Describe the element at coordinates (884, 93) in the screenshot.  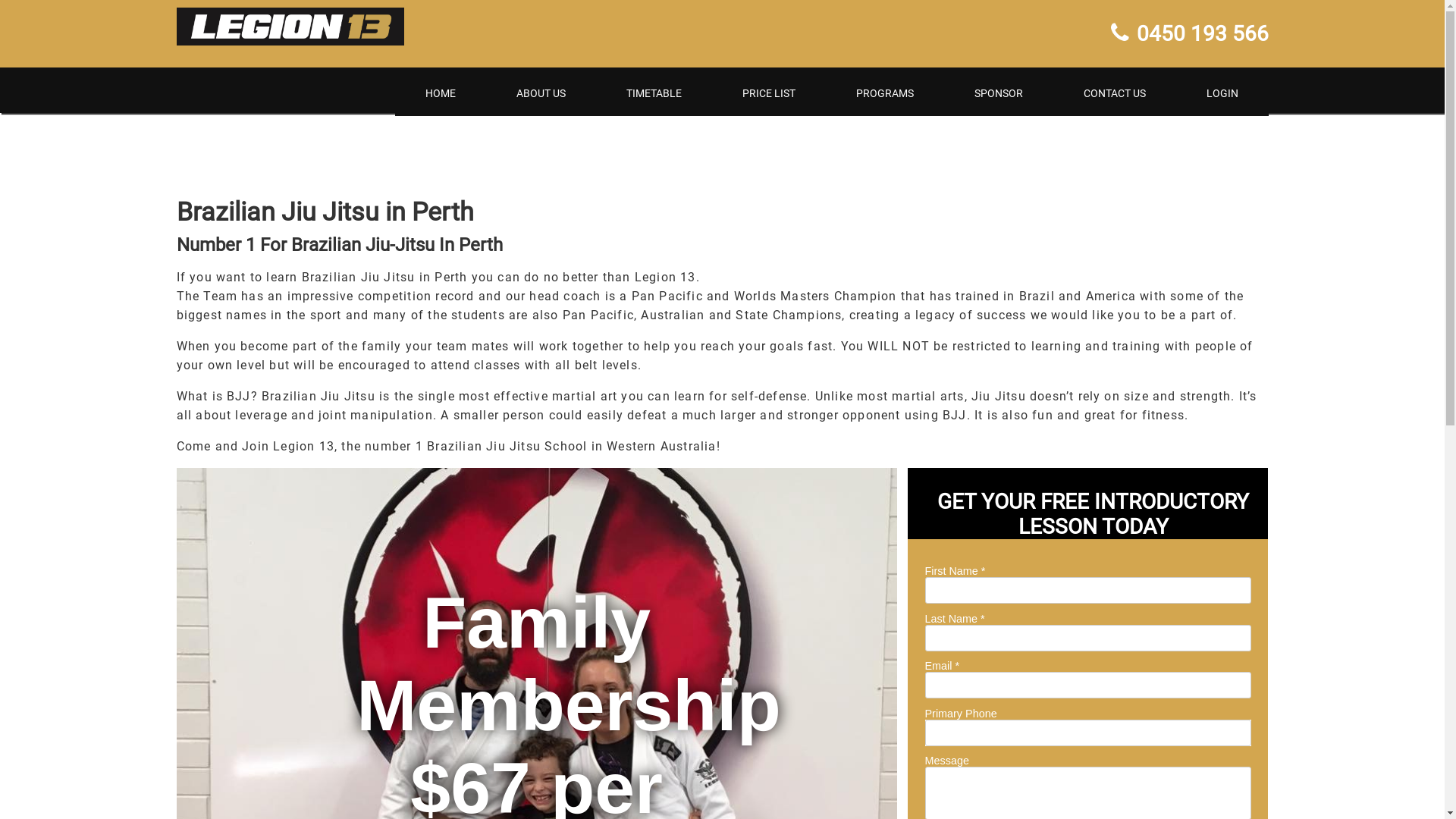
I see `'PROGRAMS'` at that location.